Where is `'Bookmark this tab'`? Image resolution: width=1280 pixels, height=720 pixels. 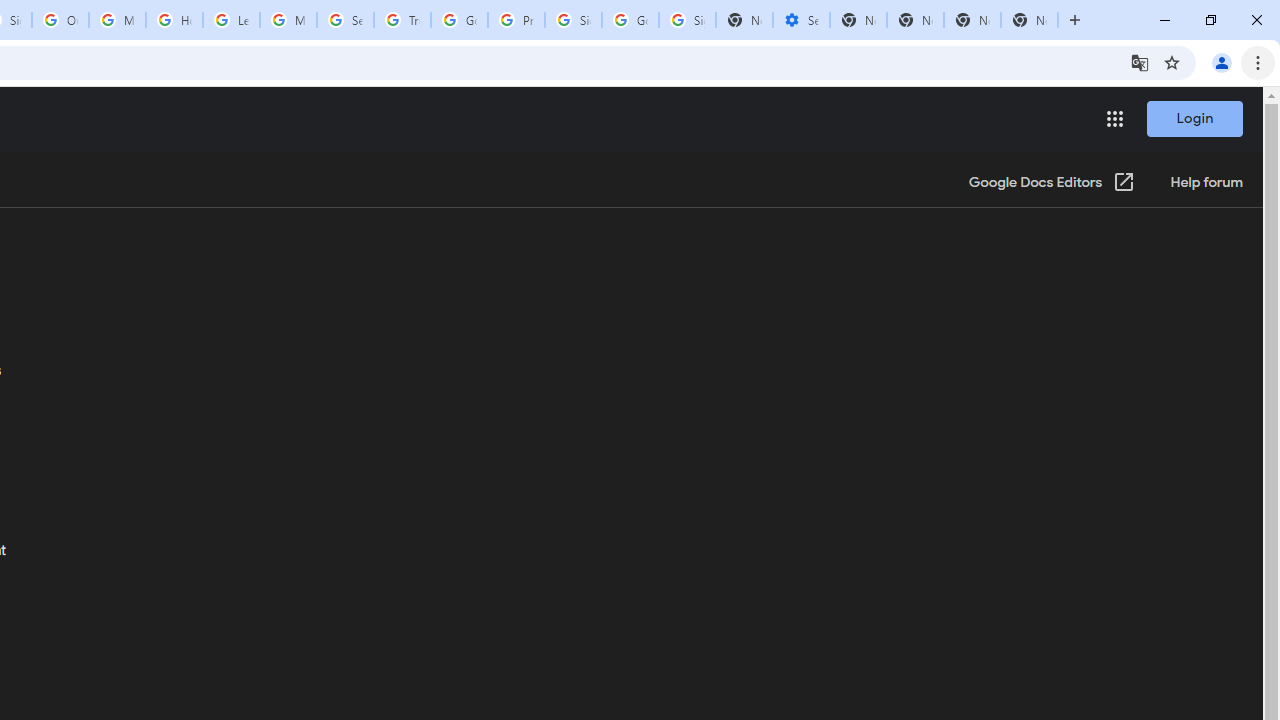 'Bookmark this tab' is located at coordinates (1171, 61).